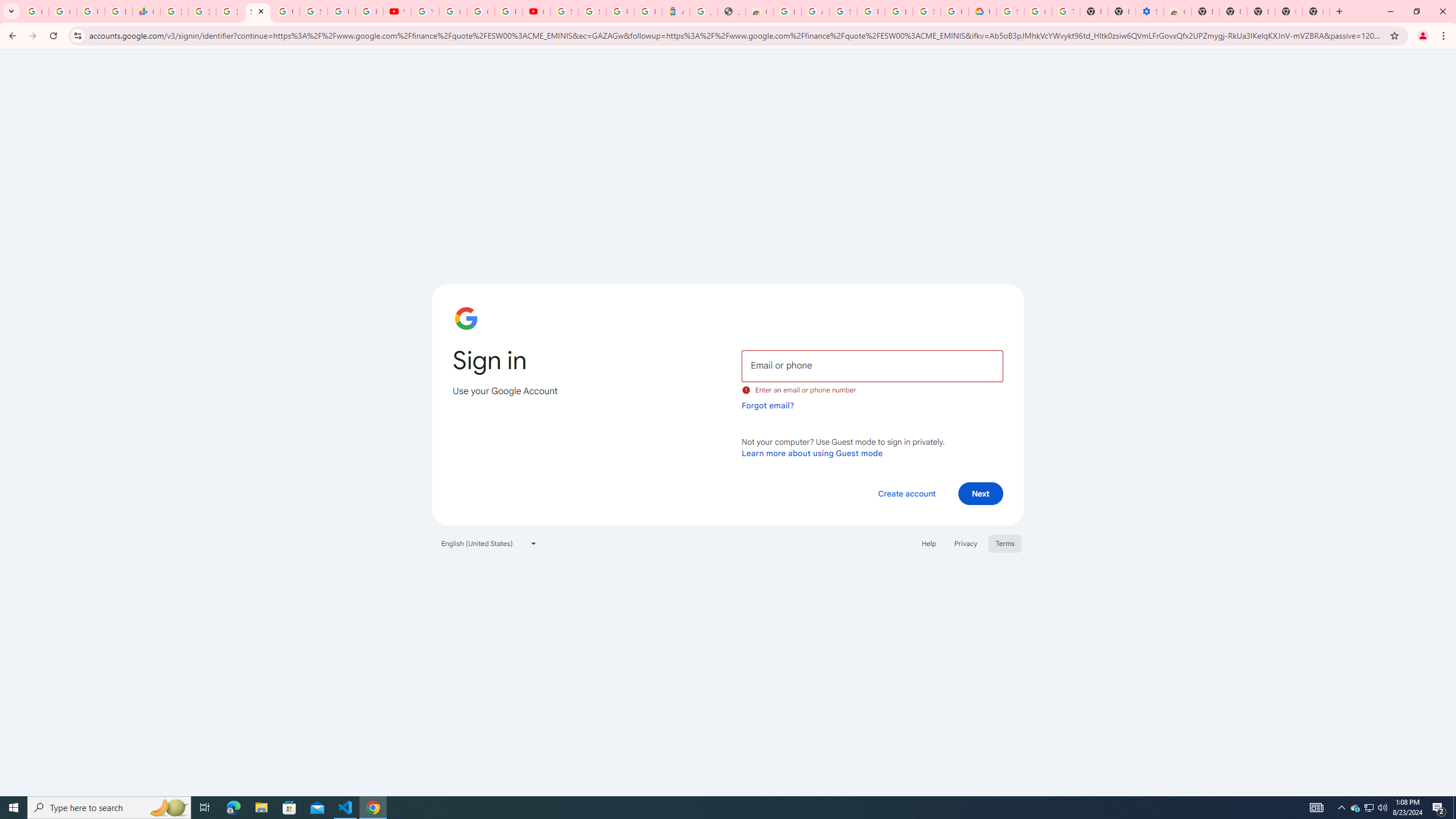 This screenshot has width=1456, height=819. Describe the element at coordinates (489, 543) in the screenshot. I see `'English (United States)'` at that location.